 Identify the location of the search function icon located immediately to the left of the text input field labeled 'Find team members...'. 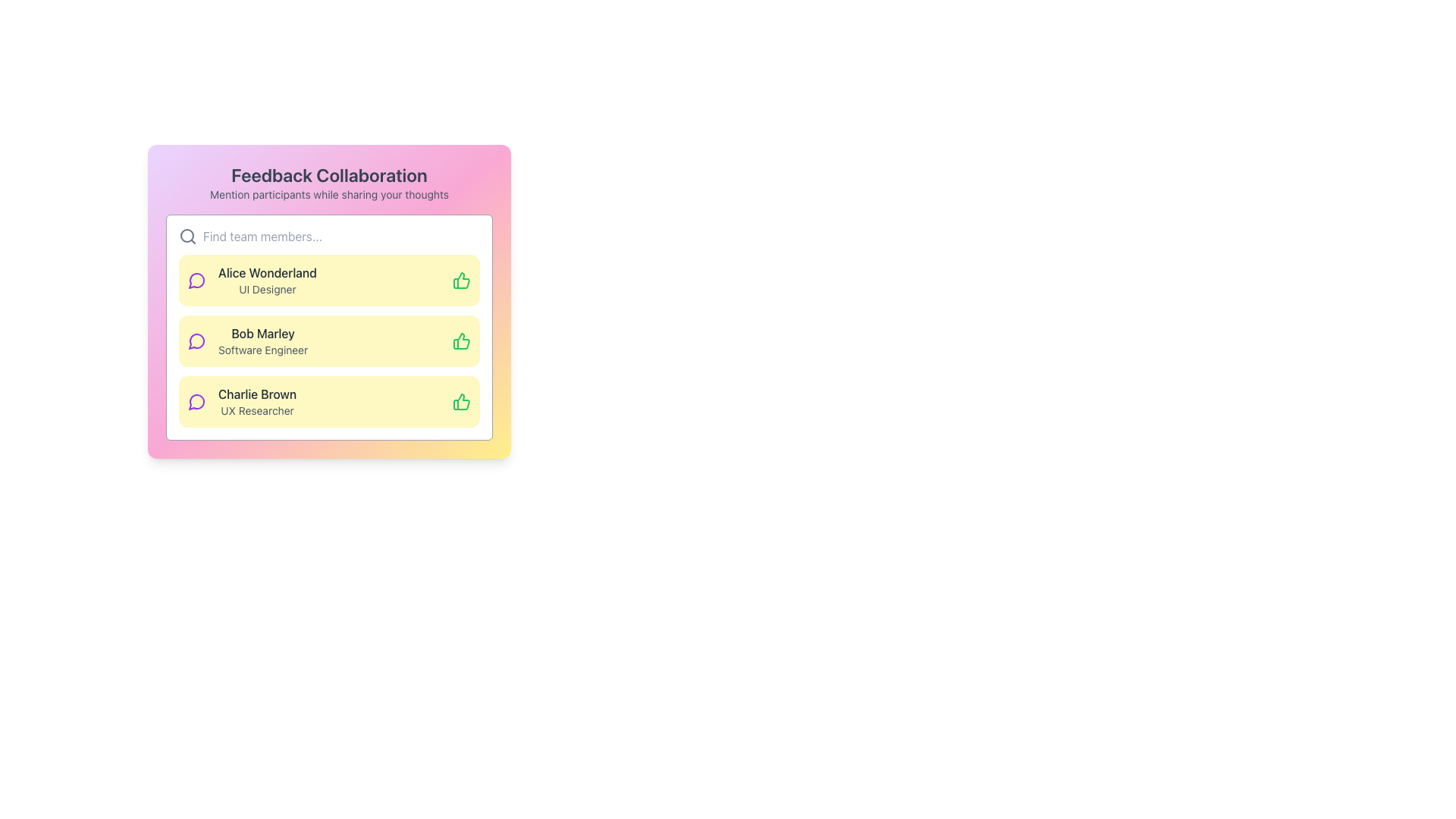
(187, 237).